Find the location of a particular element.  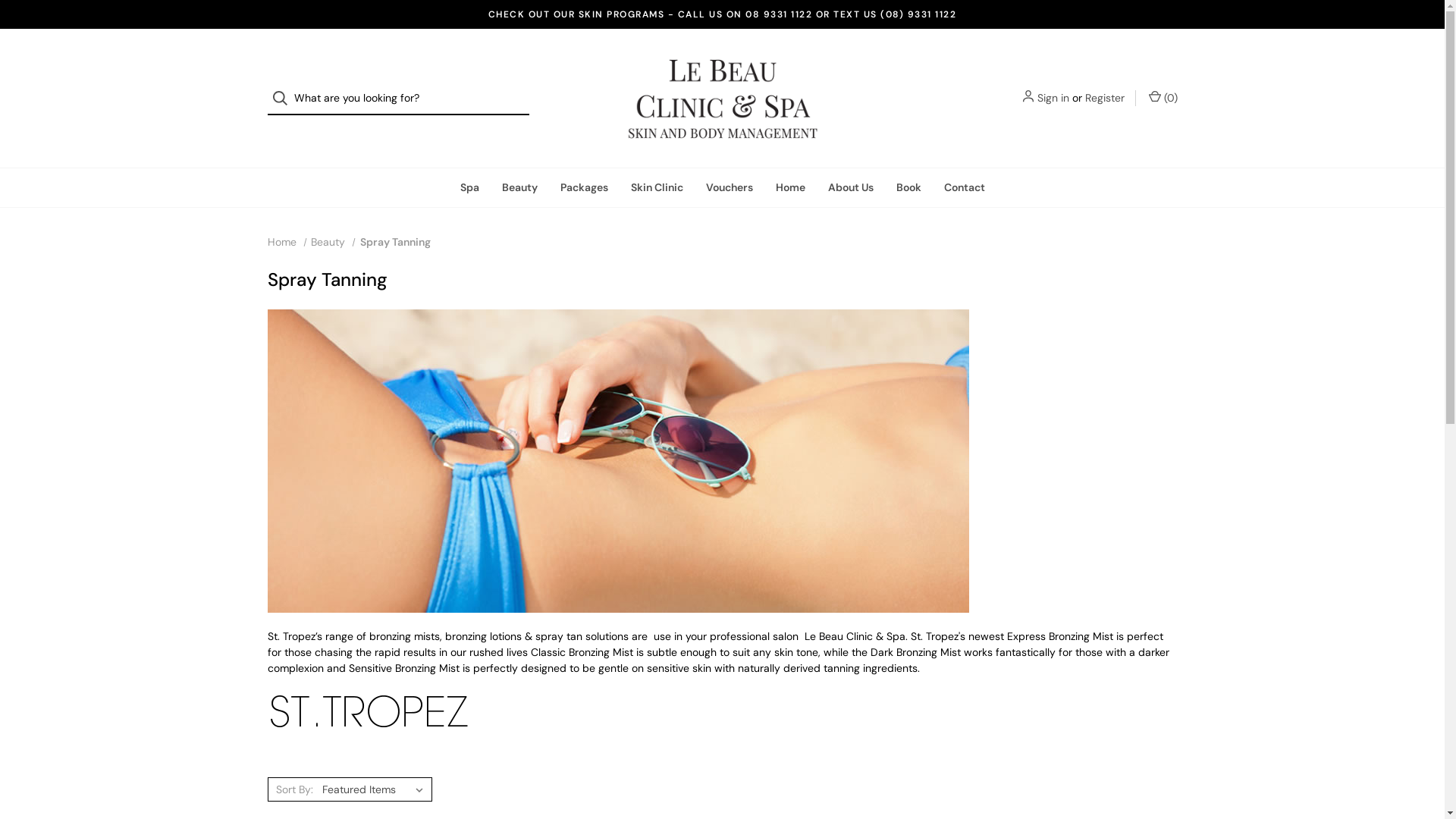

'Beauty' is located at coordinates (327, 241).